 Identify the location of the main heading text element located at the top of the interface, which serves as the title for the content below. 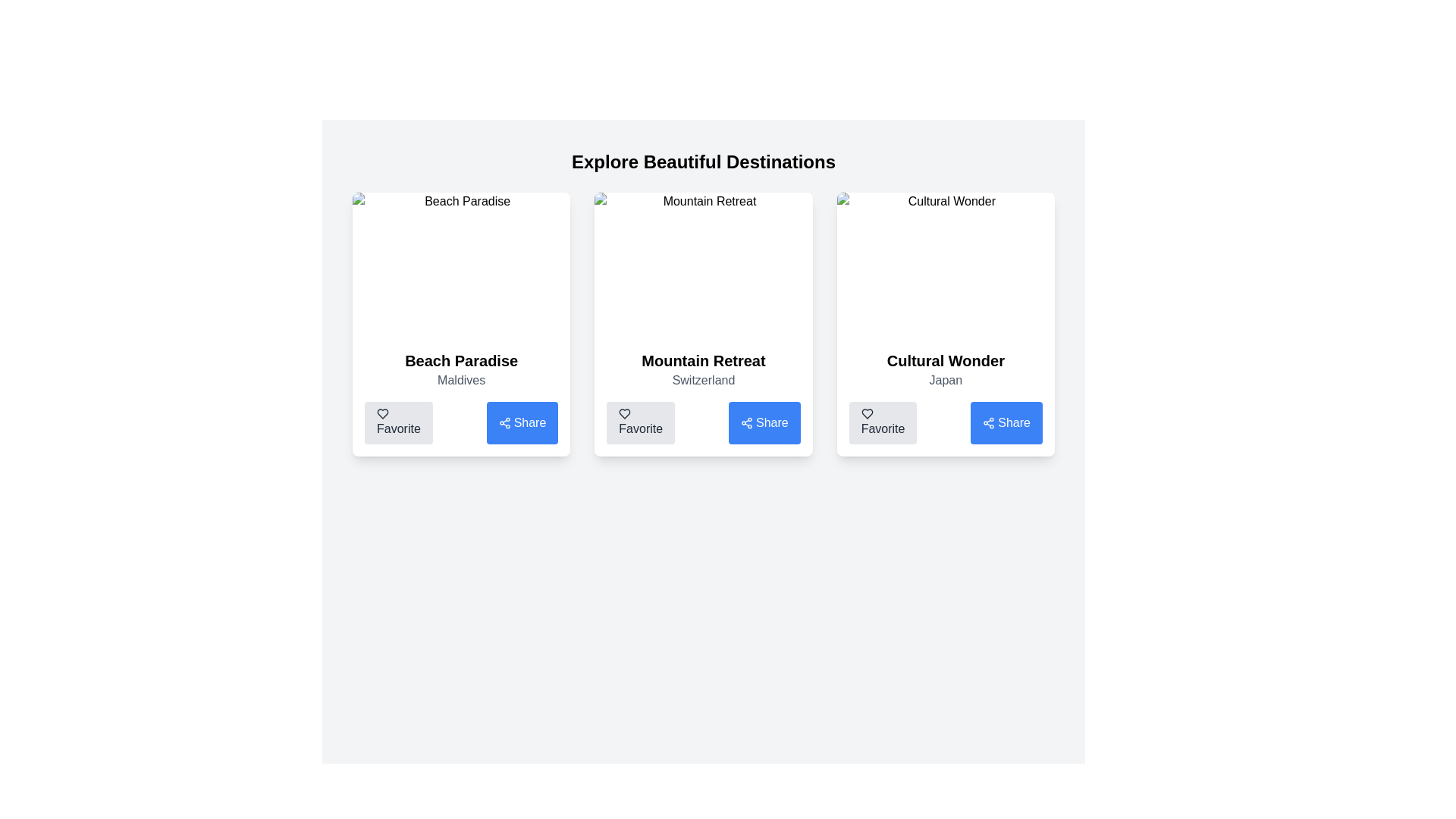
(702, 162).